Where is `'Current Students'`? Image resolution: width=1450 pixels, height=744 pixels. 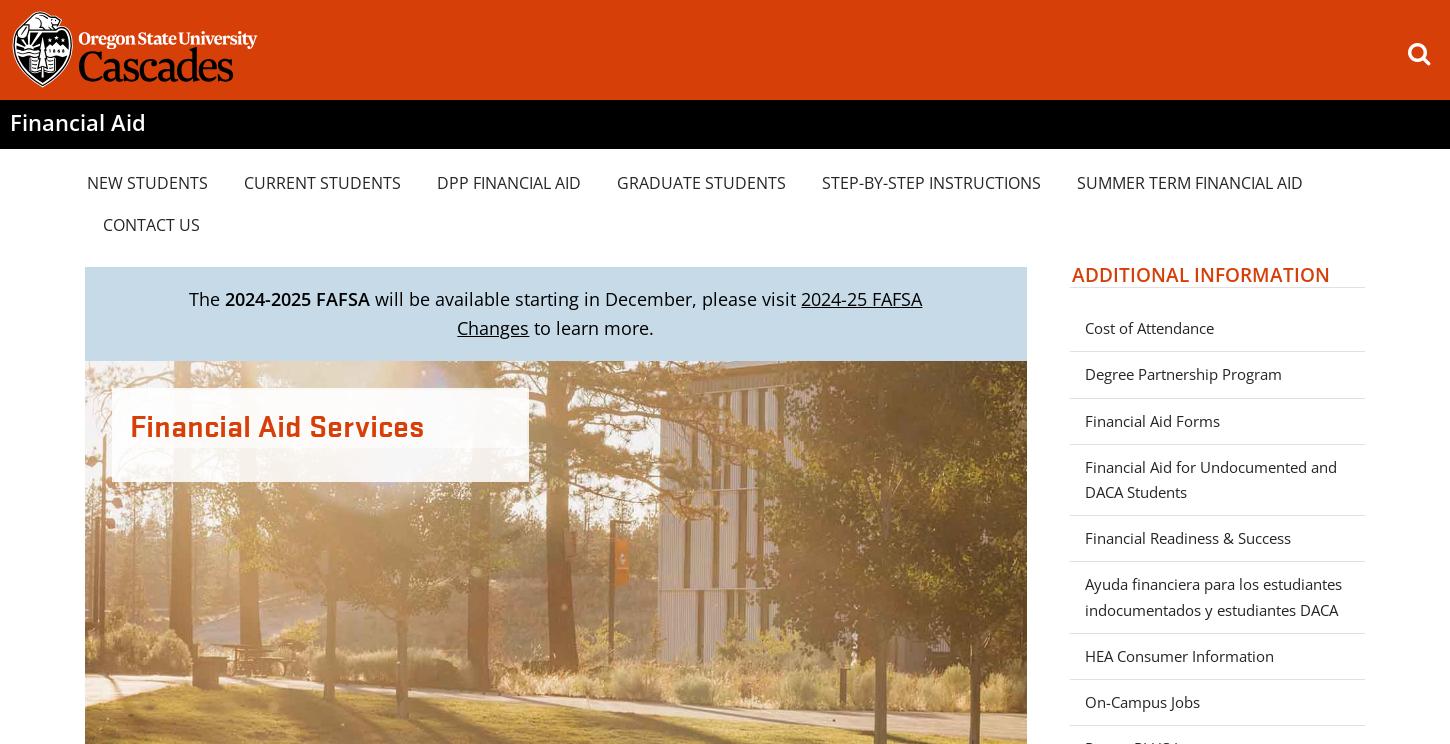
'Current Students' is located at coordinates (322, 180).